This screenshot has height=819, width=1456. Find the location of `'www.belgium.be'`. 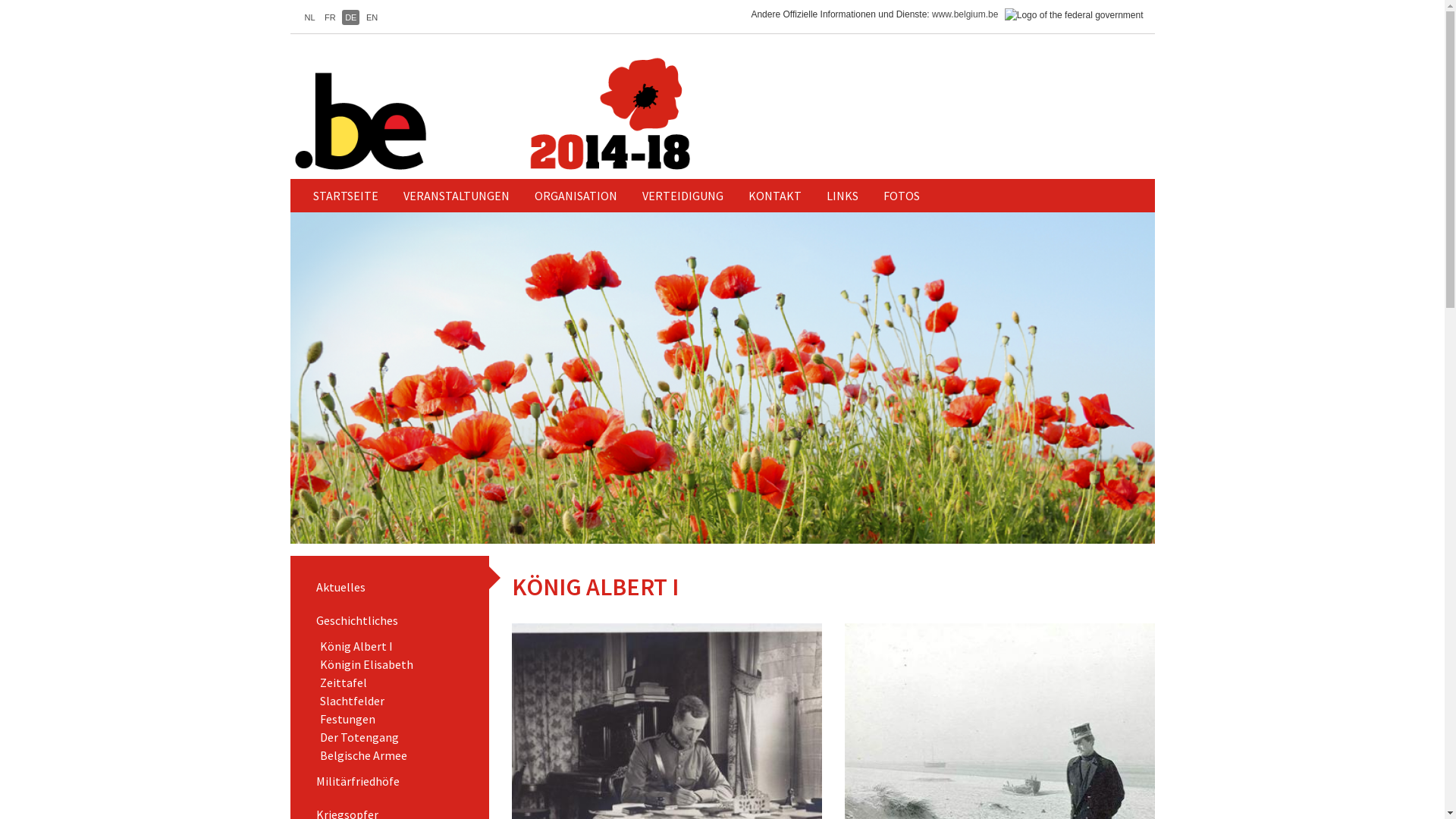

'www.belgium.be' is located at coordinates (964, 14).